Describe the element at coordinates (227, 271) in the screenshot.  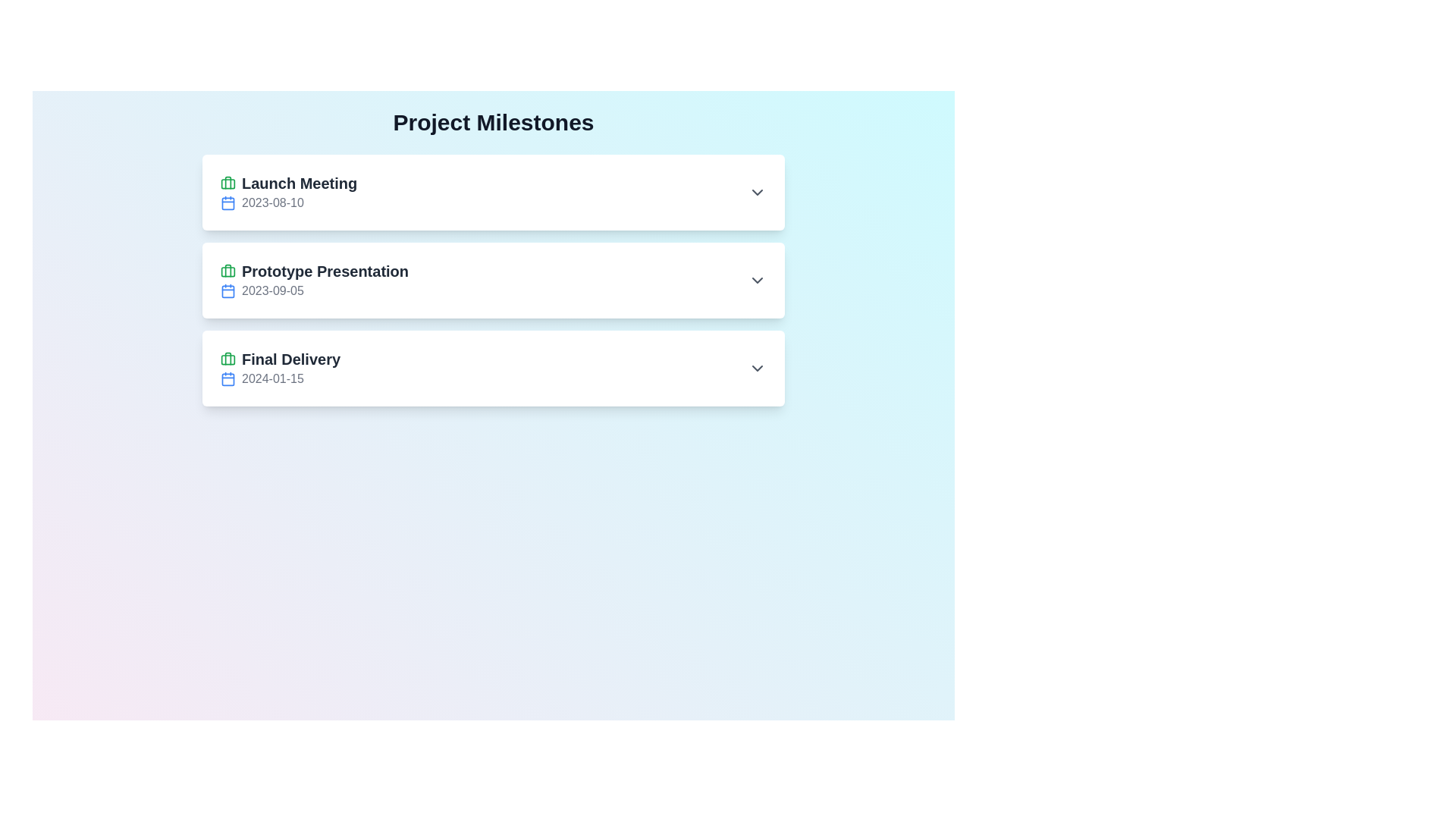
I see `the rectangular icon component with rounded corners, styled with a green stroke, located near the text 'Prototype Presentation' and above the date '2023-09-05'` at that location.